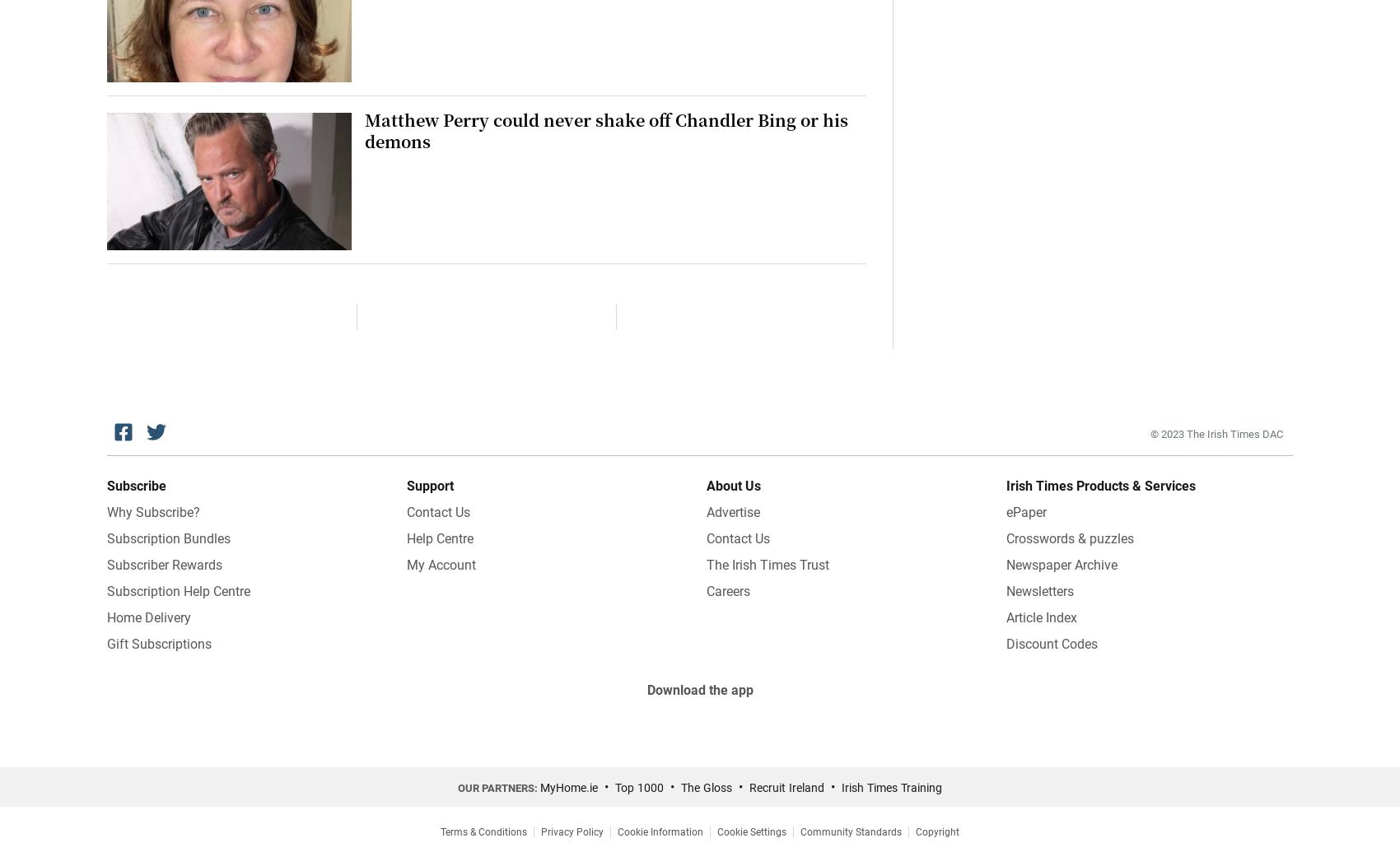  What do you see at coordinates (728, 590) in the screenshot?
I see `'Careers'` at bounding box center [728, 590].